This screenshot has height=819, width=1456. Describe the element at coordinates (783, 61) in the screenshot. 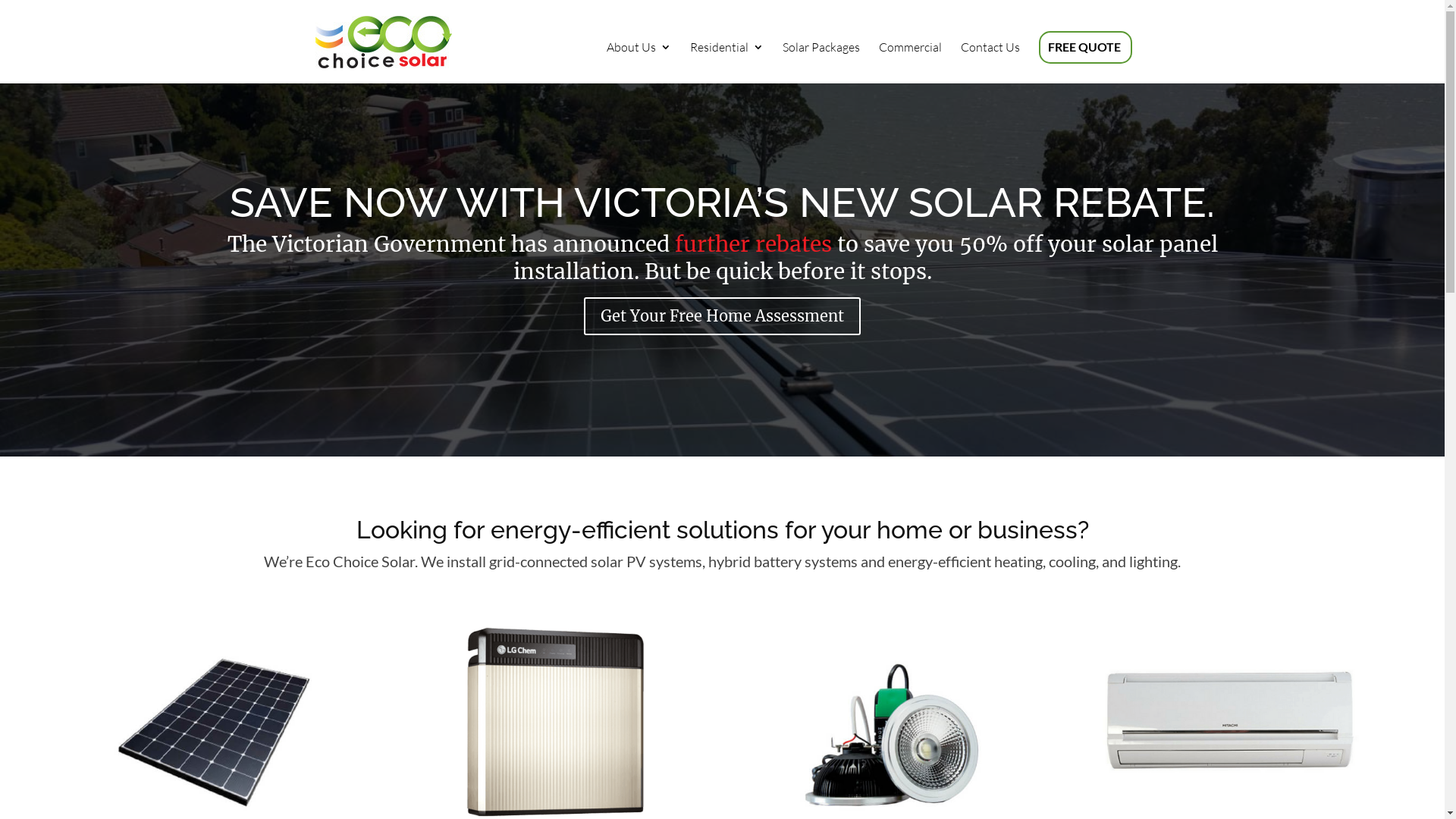

I see `'Solar Packages'` at that location.